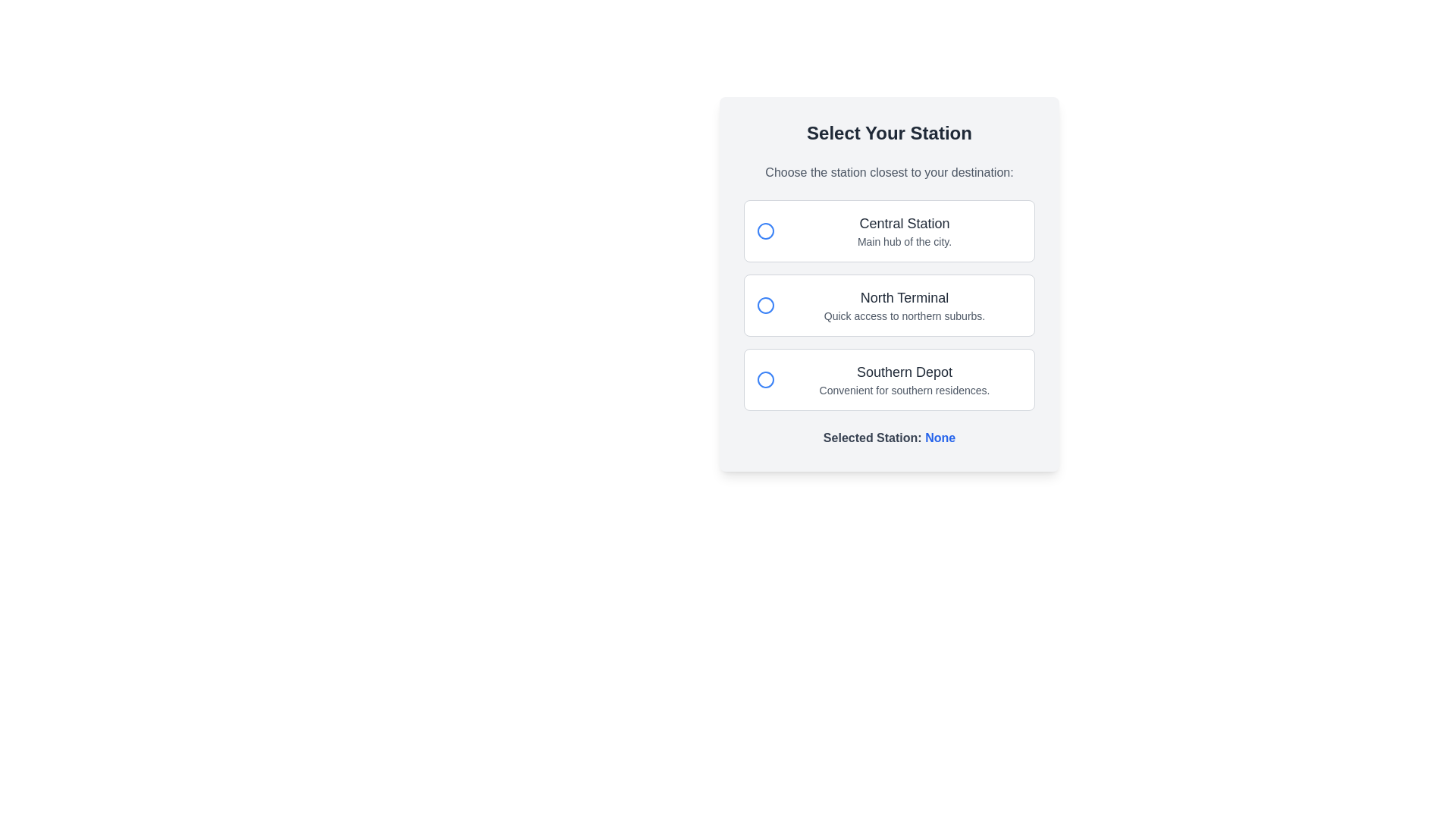  What do you see at coordinates (940, 438) in the screenshot?
I see `the non-interactive text label indicating the current selection of a station, which displays 'Selected Station: None' in blue color` at bounding box center [940, 438].